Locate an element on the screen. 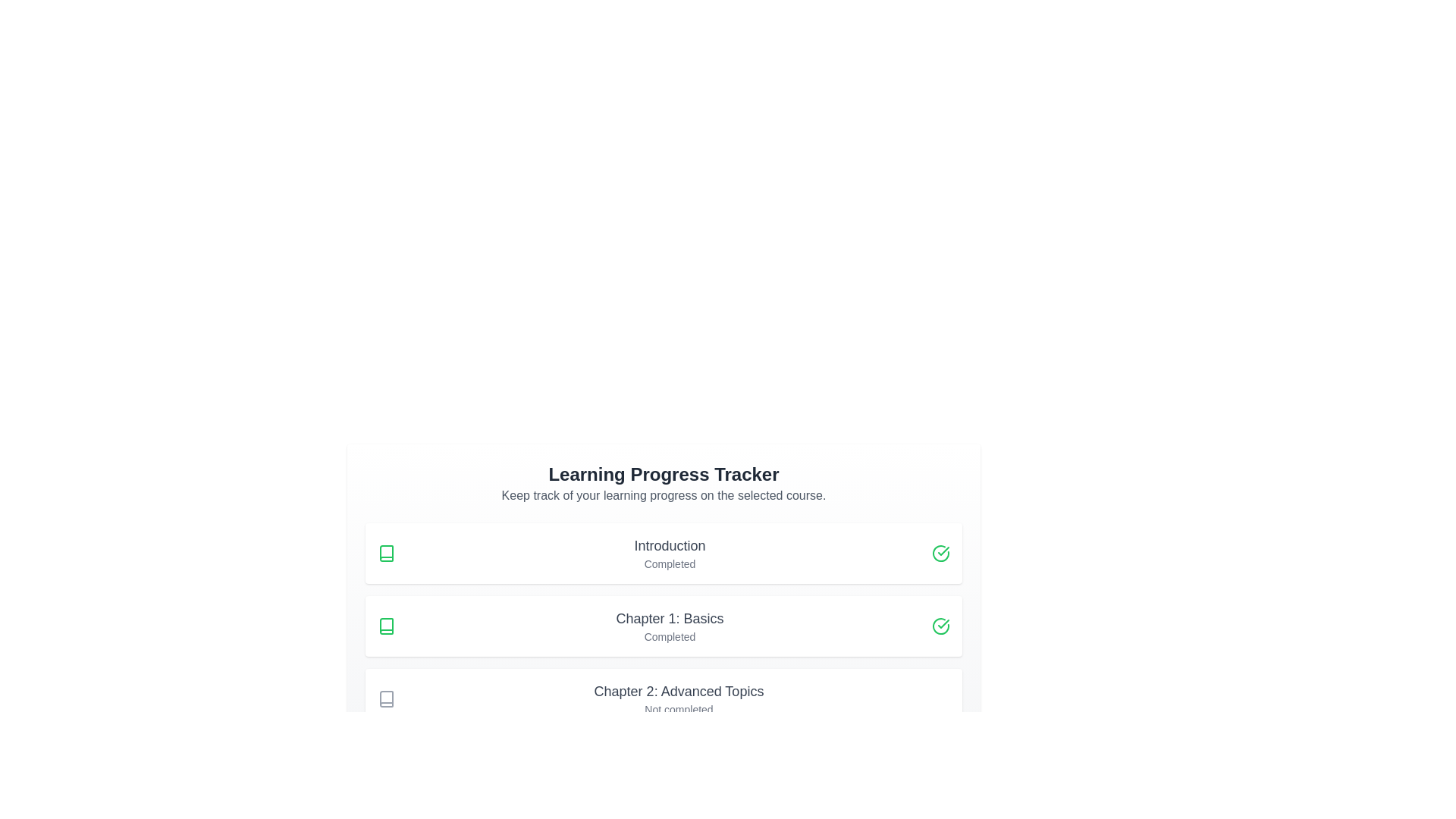 Image resolution: width=1456 pixels, height=819 pixels. the informational card indicating 'Chapter 2: Advanced Topics' in the learning progress tracker, which is located below 'Chapter 1: Basics' and occupies the third slot is located at coordinates (678, 698).